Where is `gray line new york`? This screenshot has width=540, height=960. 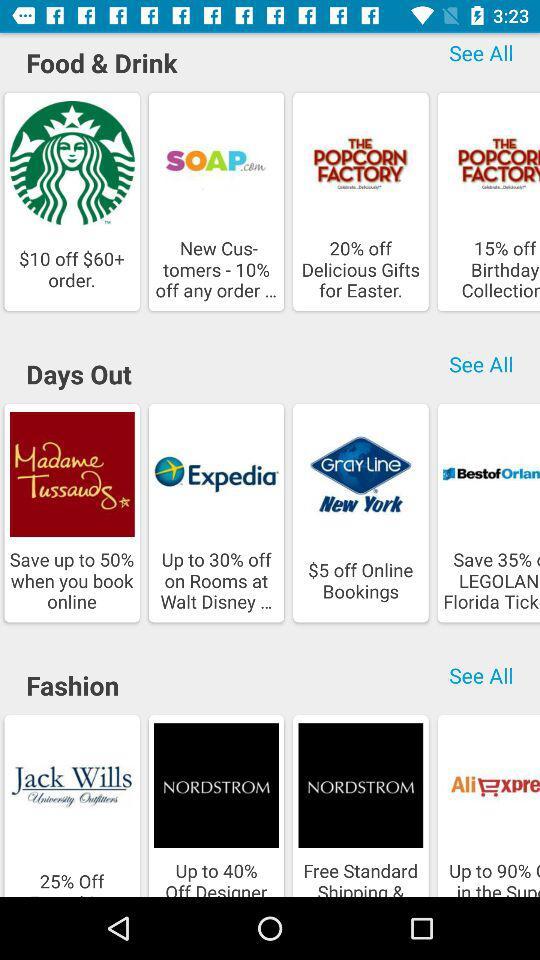 gray line new york is located at coordinates (359, 474).